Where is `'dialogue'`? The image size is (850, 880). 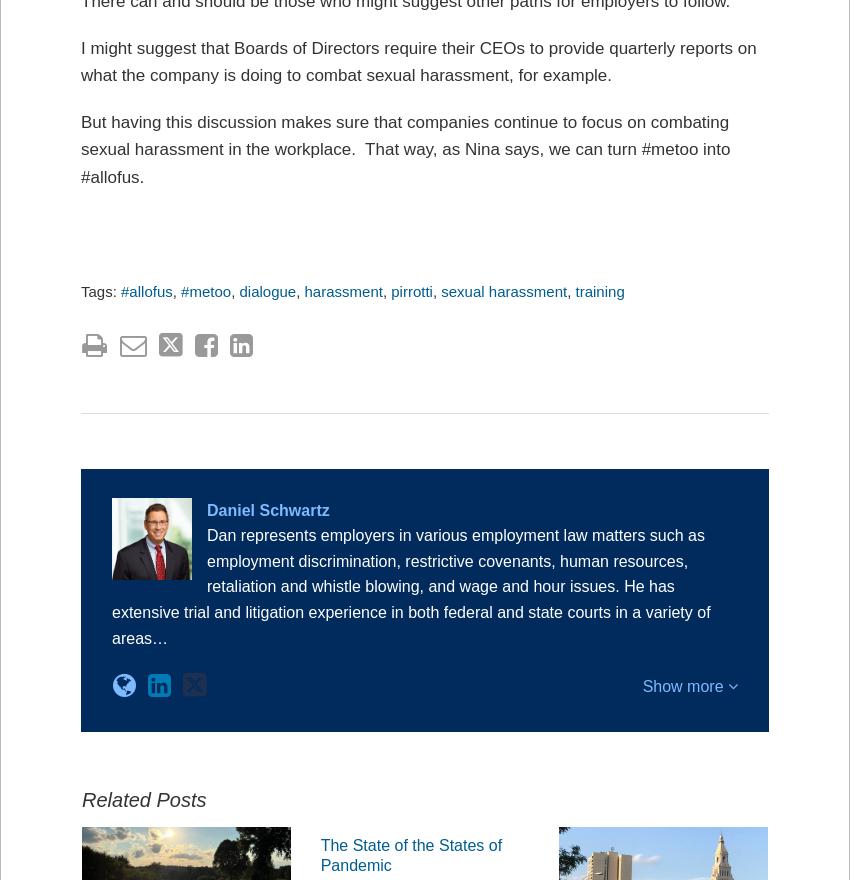
'dialogue' is located at coordinates (239, 290).